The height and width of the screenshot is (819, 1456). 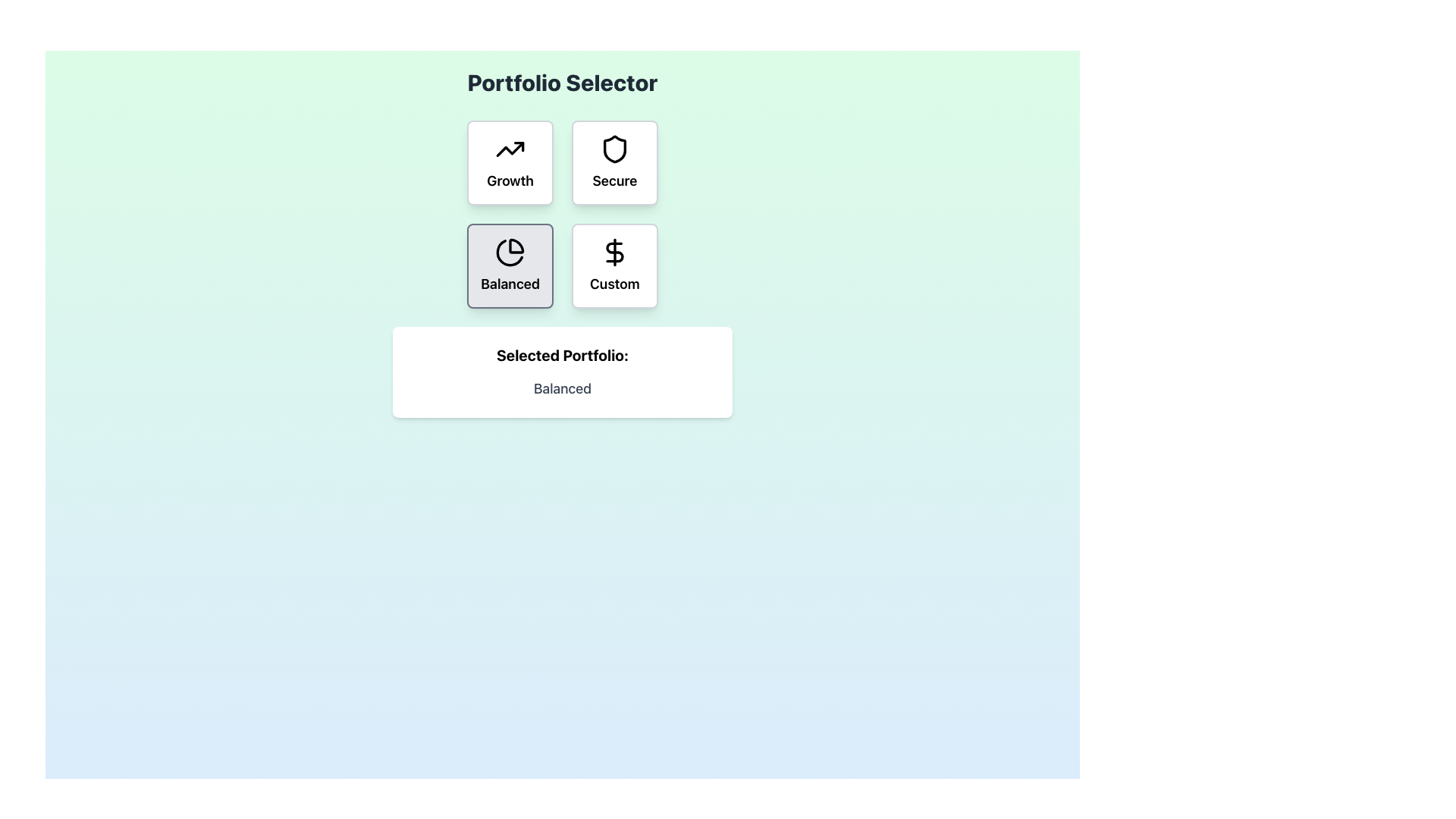 What do you see at coordinates (614, 149) in the screenshot?
I see `the shield icon with a bold black stroke located within the second square button in the top row of the grid layout below the 'Portfolio Selector' title` at bounding box center [614, 149].